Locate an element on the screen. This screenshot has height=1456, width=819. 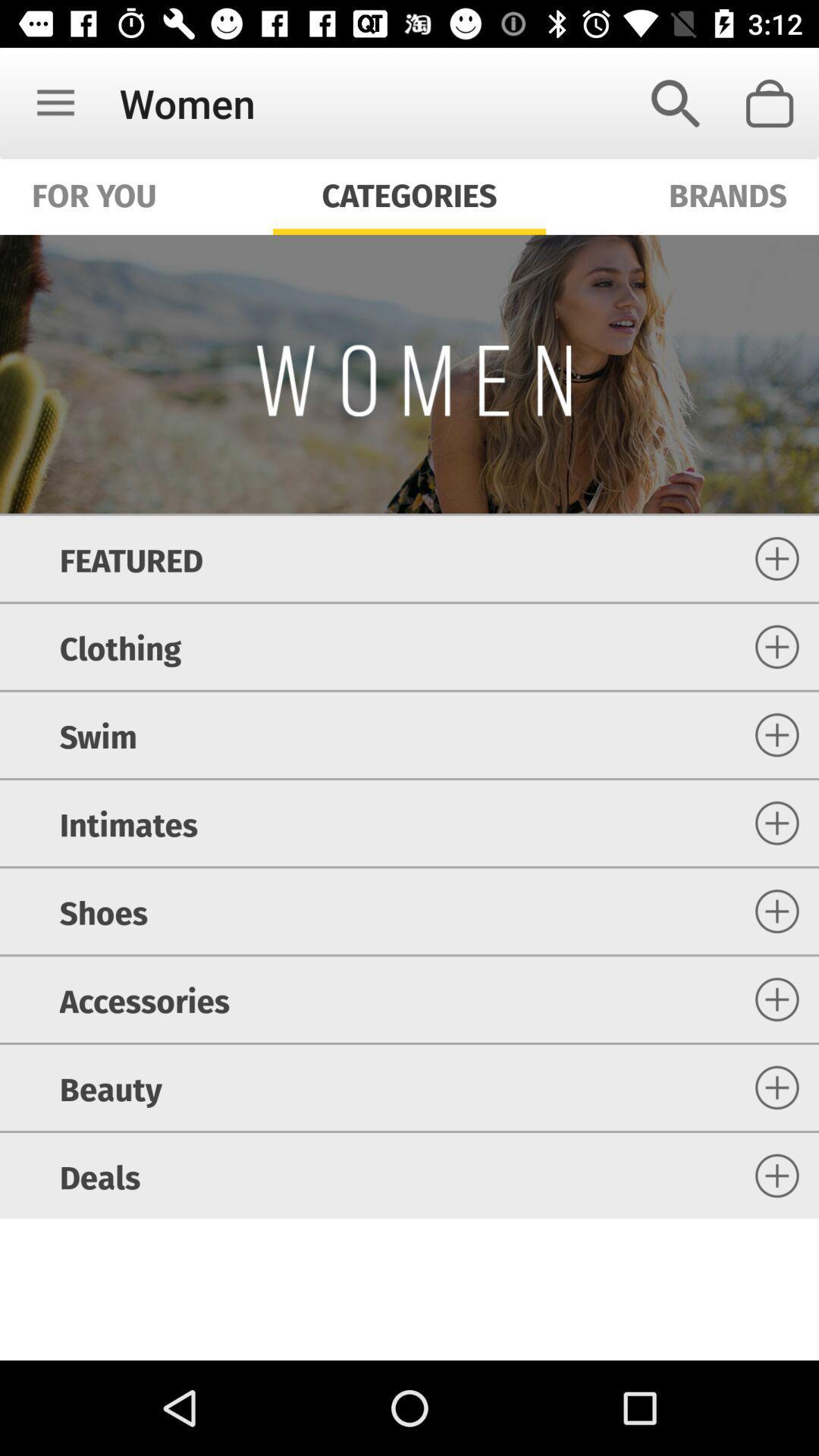
featured item is located at coordinates (130, 557).